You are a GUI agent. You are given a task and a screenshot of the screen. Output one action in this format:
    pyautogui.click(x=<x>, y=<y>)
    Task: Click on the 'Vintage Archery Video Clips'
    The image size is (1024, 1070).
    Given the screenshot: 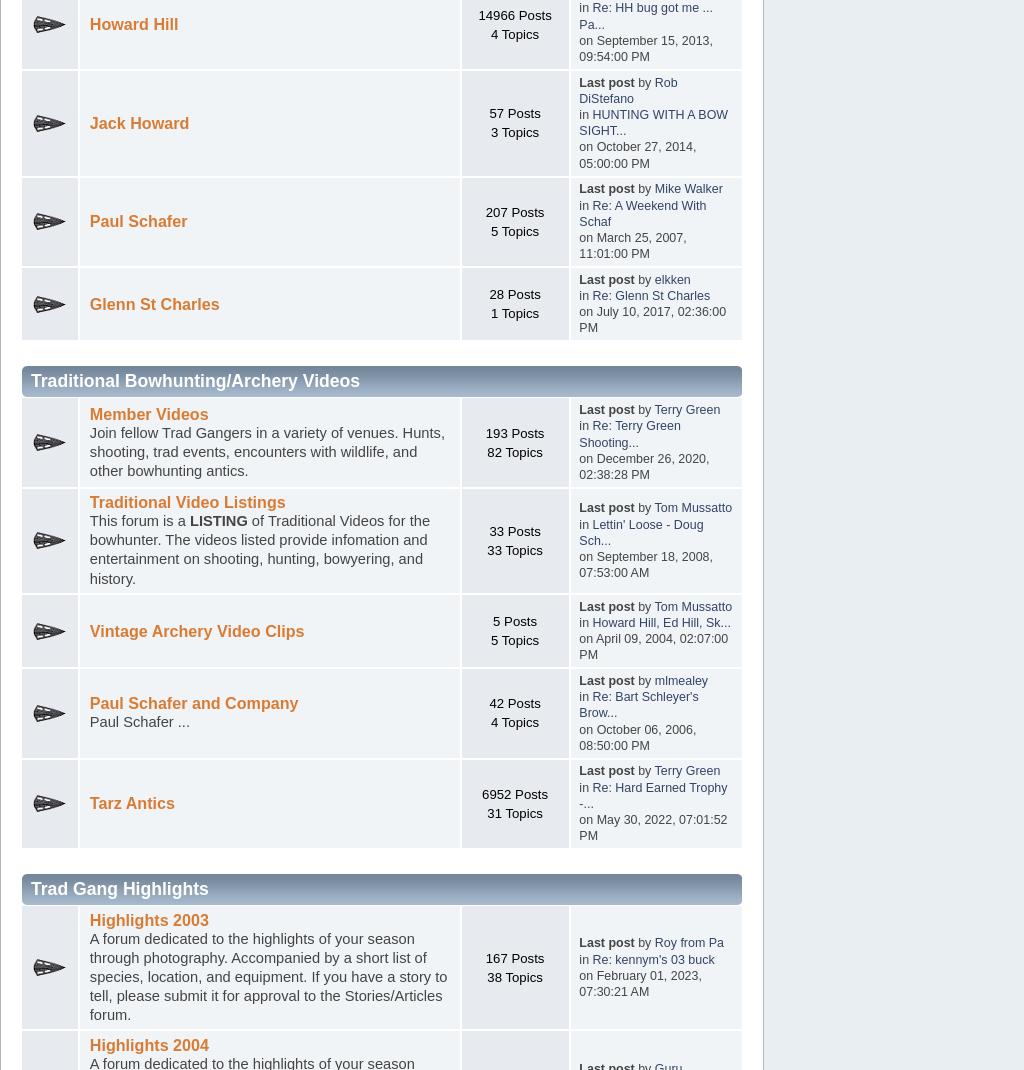 What is the action you would take?
    pyautogui.click(x=88, y=630)
    